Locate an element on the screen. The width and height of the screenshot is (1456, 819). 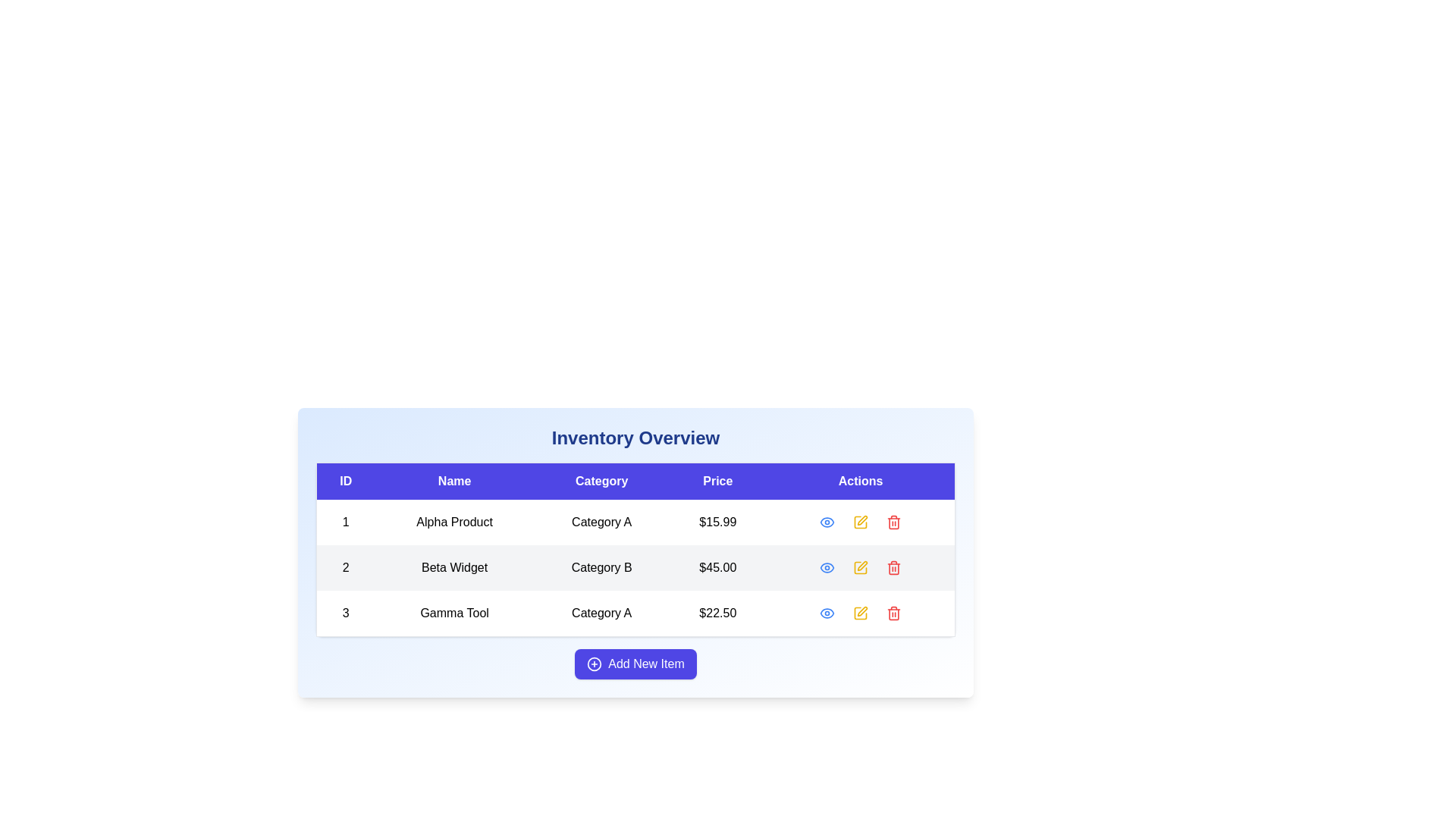
the pencil icon button outlined in black located in the 'Actions' column of the third row in the table to initiate editing is located at coordinates (861, 613).